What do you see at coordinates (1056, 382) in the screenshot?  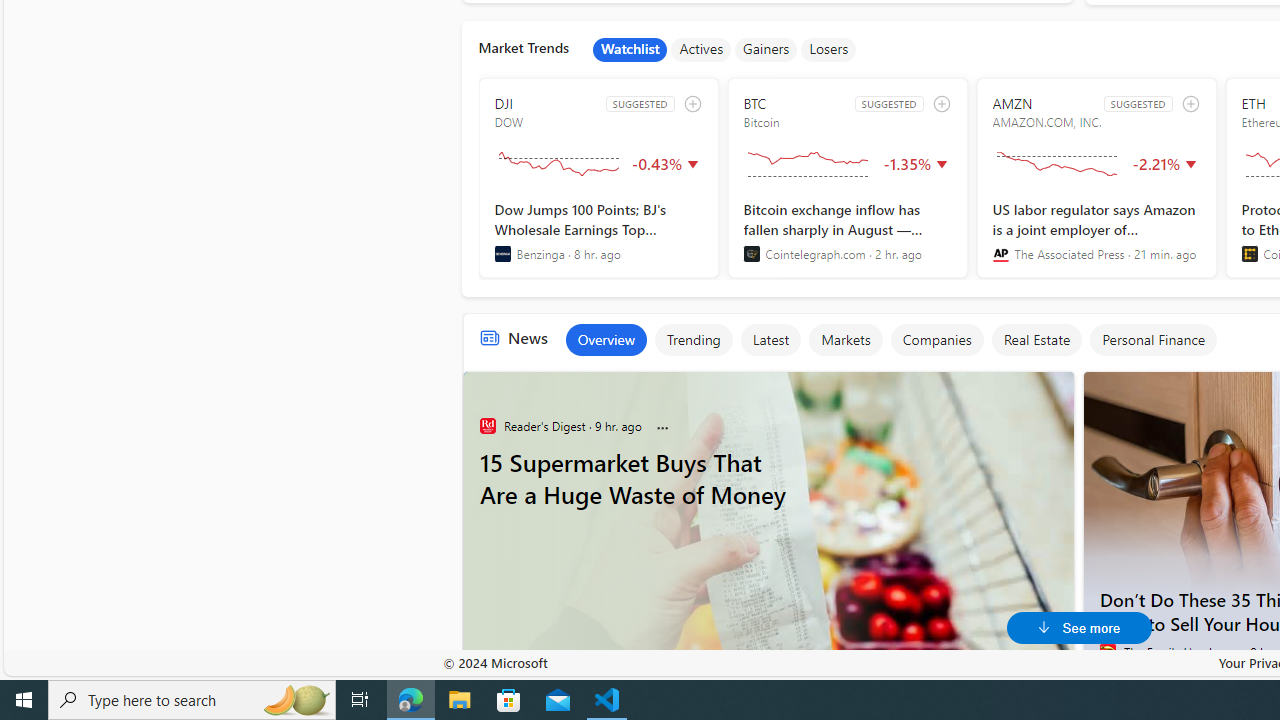 I see `'AdChoices'` at bounding box center [1056, 382].